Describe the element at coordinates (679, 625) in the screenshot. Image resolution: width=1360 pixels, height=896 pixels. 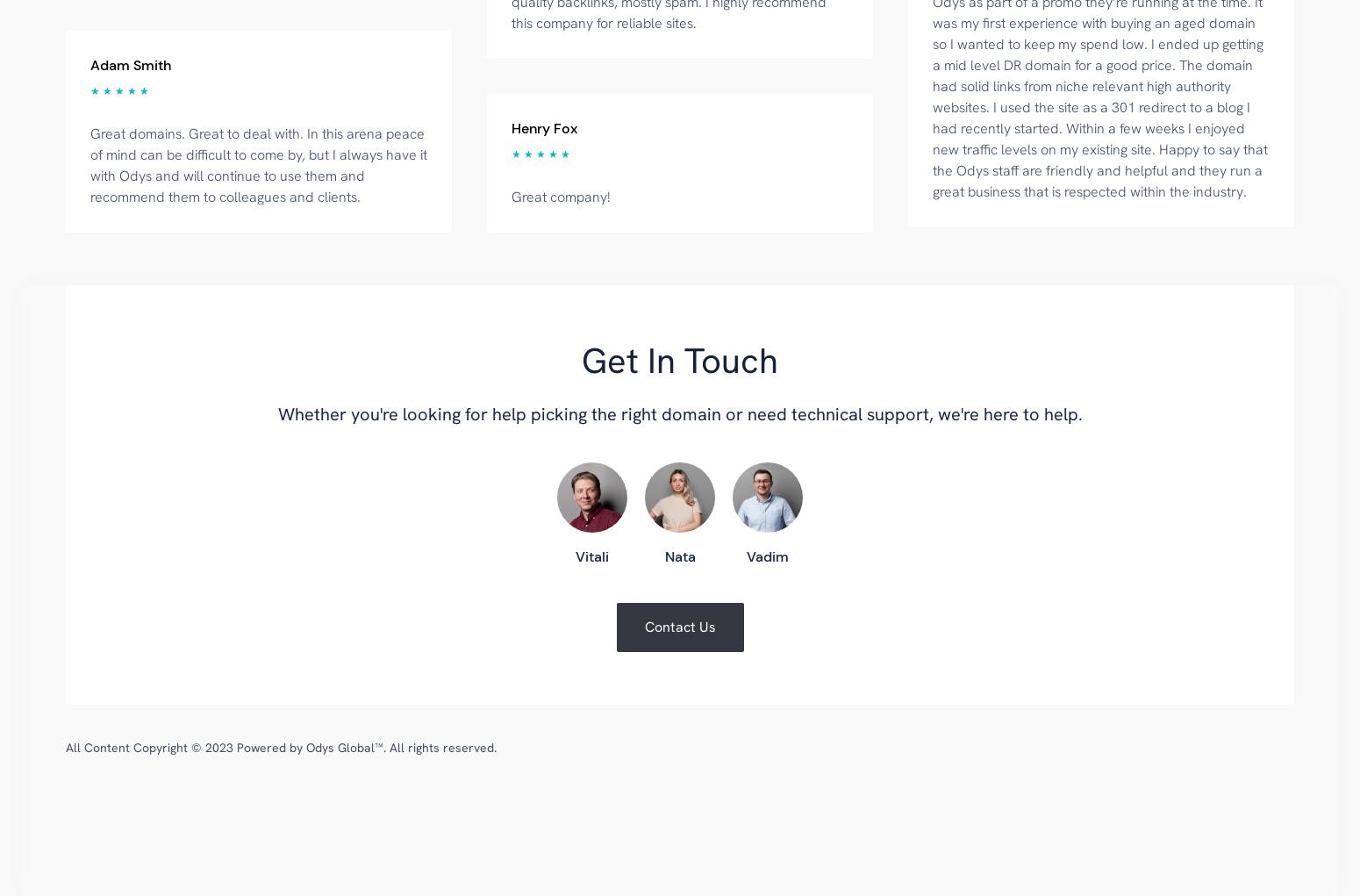
I see `'Contact Us'` at that location.